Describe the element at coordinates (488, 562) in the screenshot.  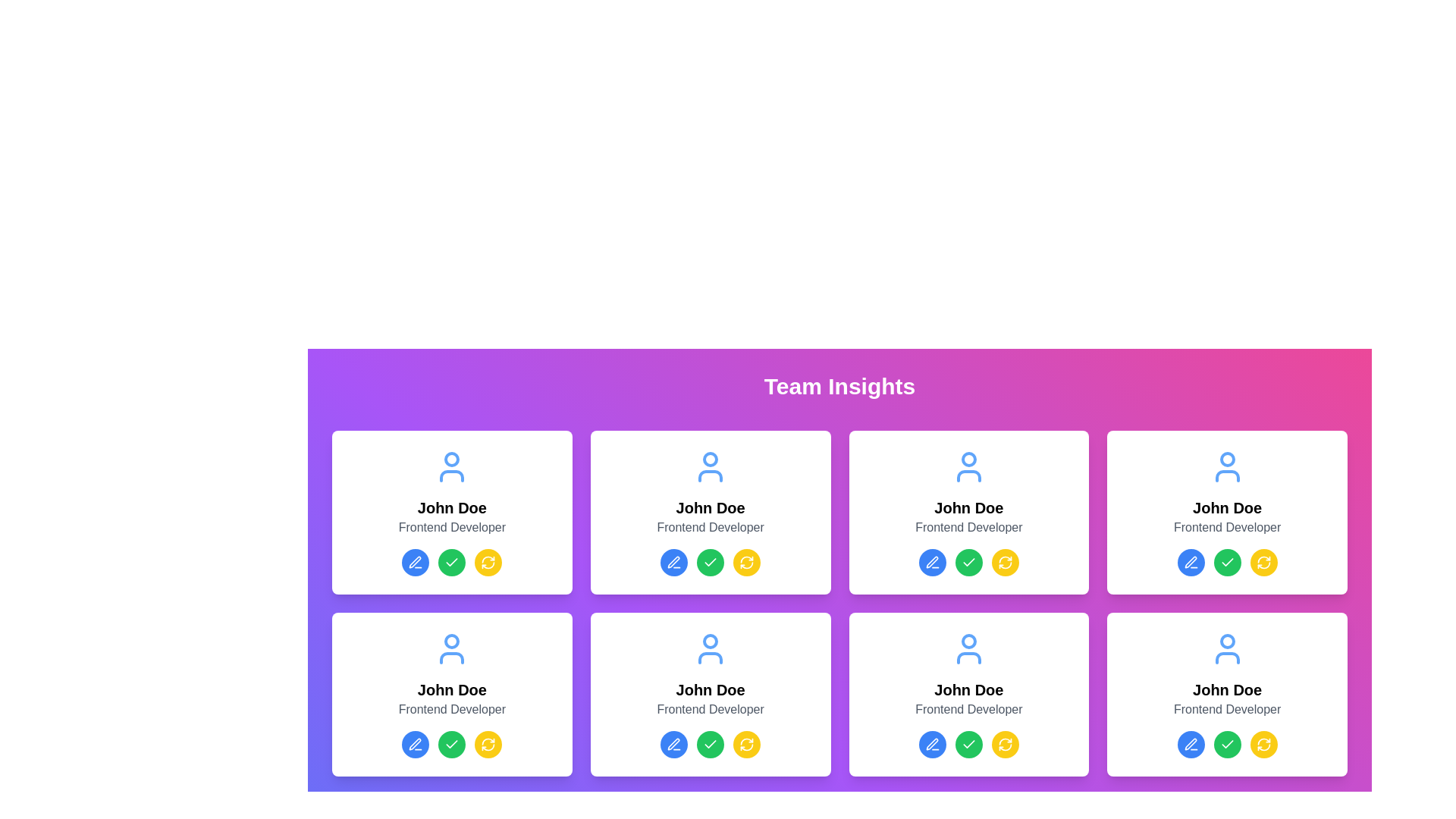
I see `the circular button with a yellow background and a white refresh icon at its center to observe the hover effect` at that location.